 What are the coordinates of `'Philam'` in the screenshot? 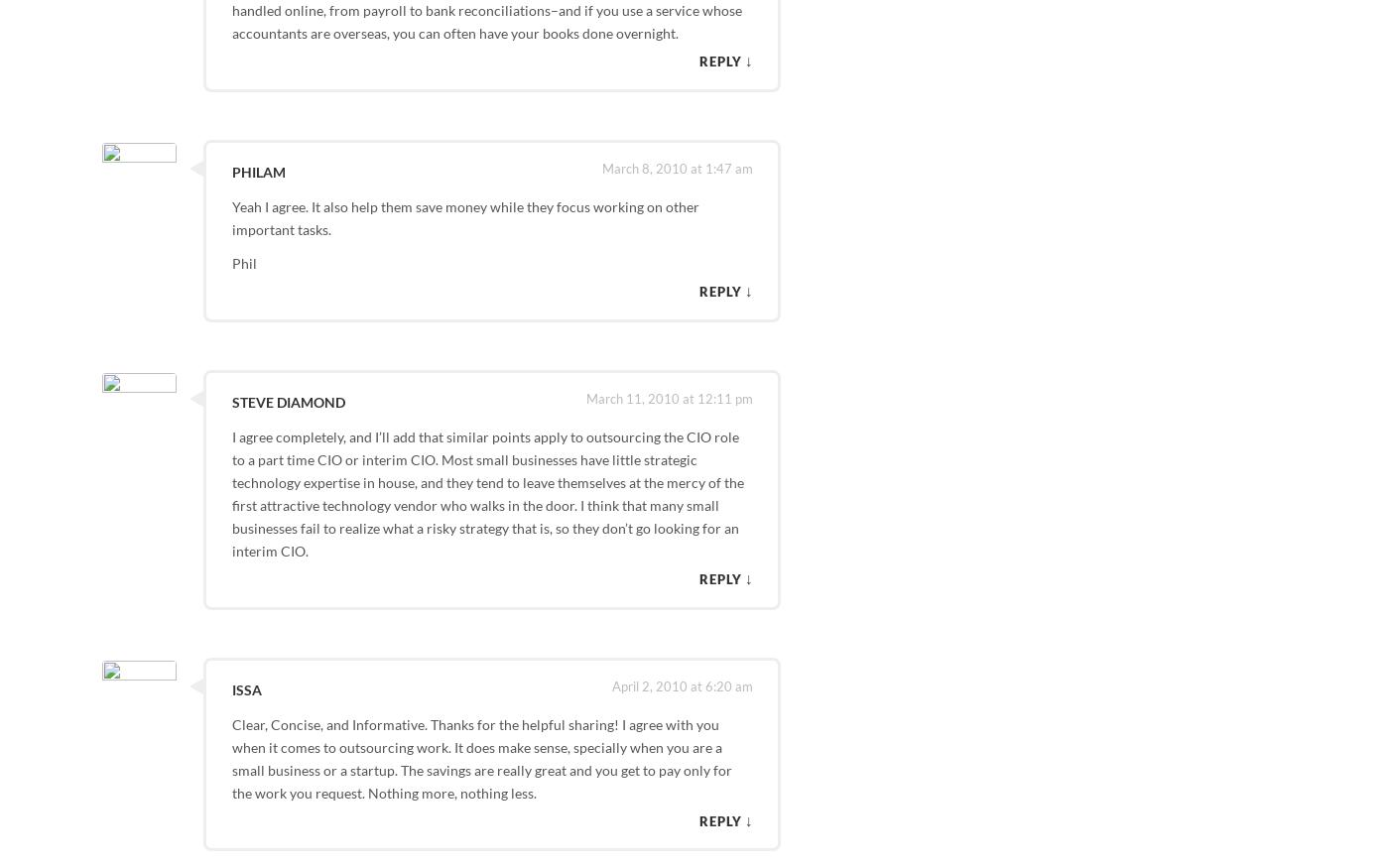 It's located at (257, 170).